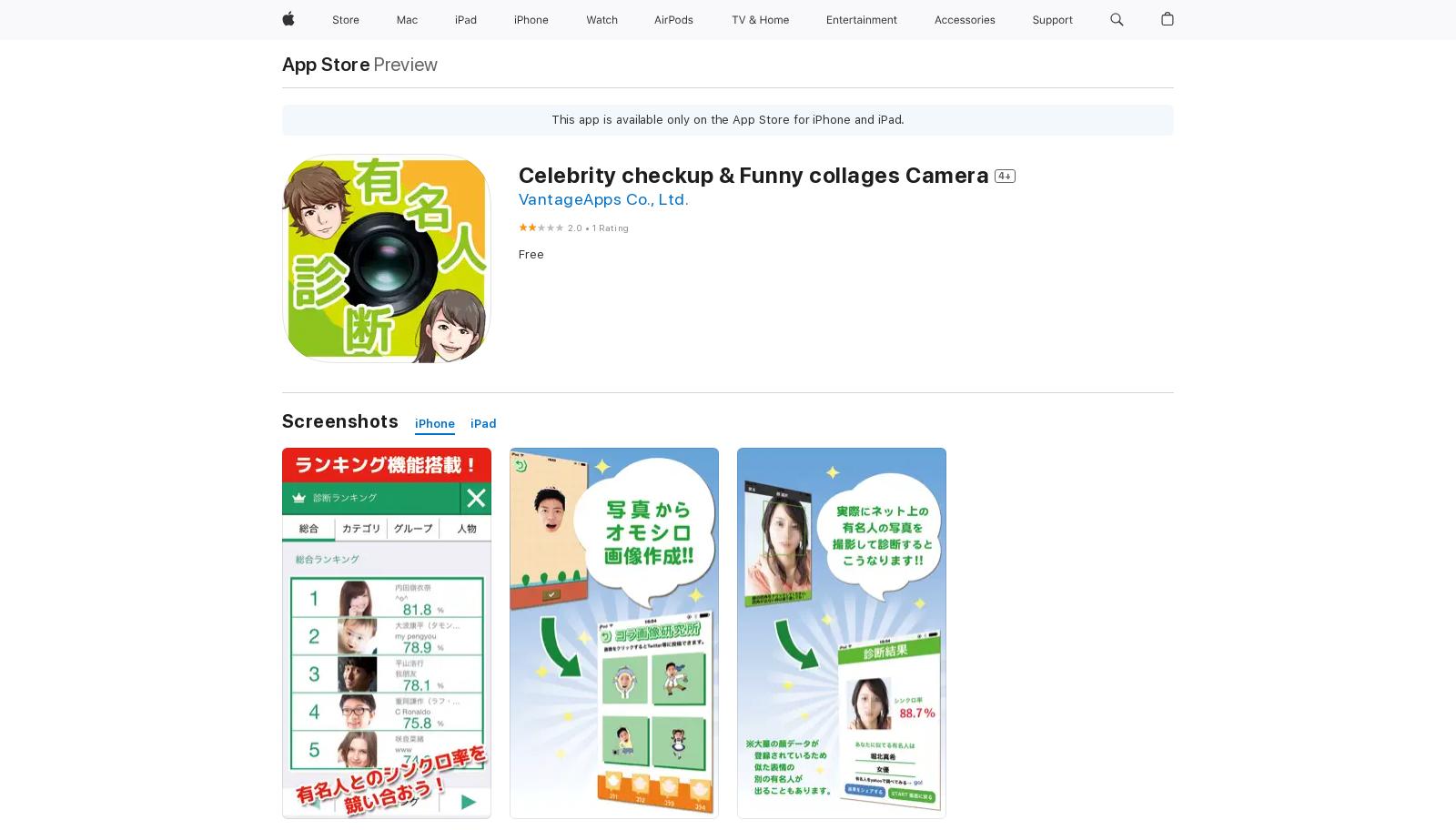  Describe the element at coordinates (530, 253) in the screenshot. I see `'Free'` at that location.